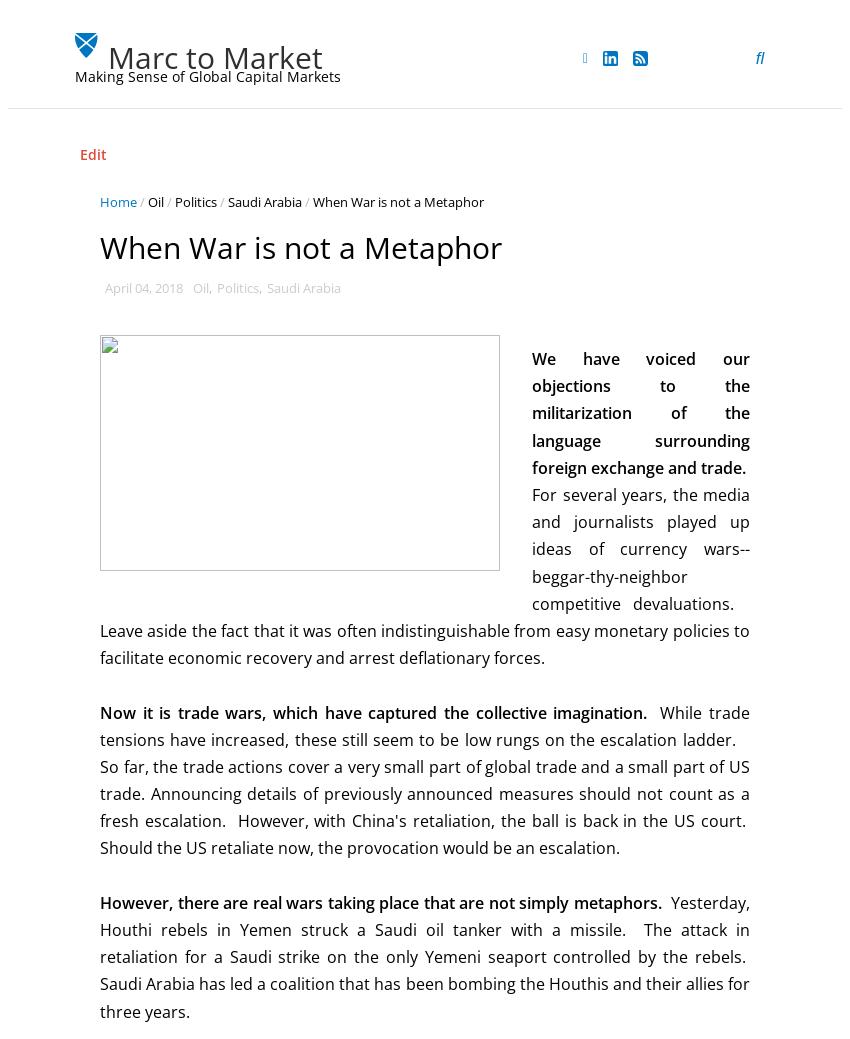  Describe the element at coordinates (379, 901) in the screenshot. I see `'However, there are real wars taking place that are not simply metaphors.'` at that location.